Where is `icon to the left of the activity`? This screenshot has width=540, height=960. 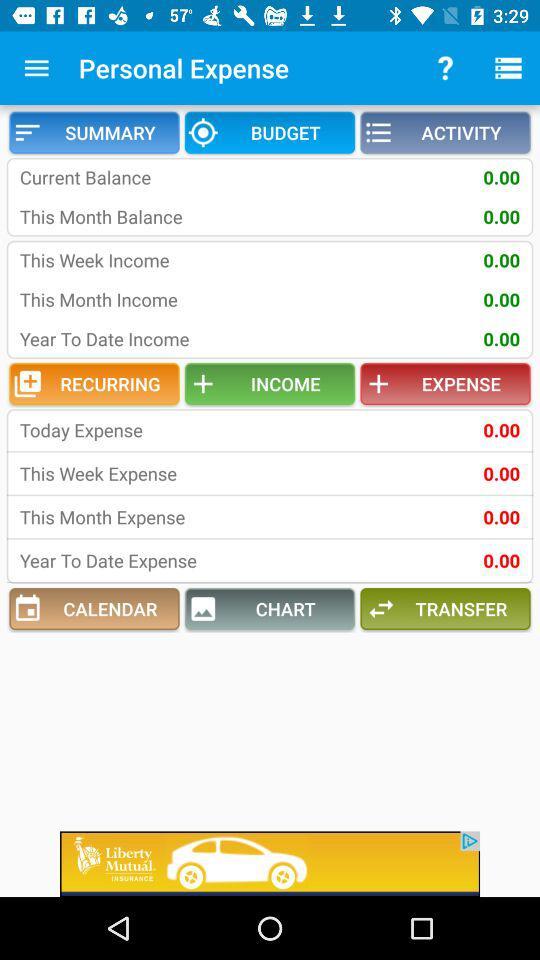
icon to the left of the activity is located at coordinates (270, 131).